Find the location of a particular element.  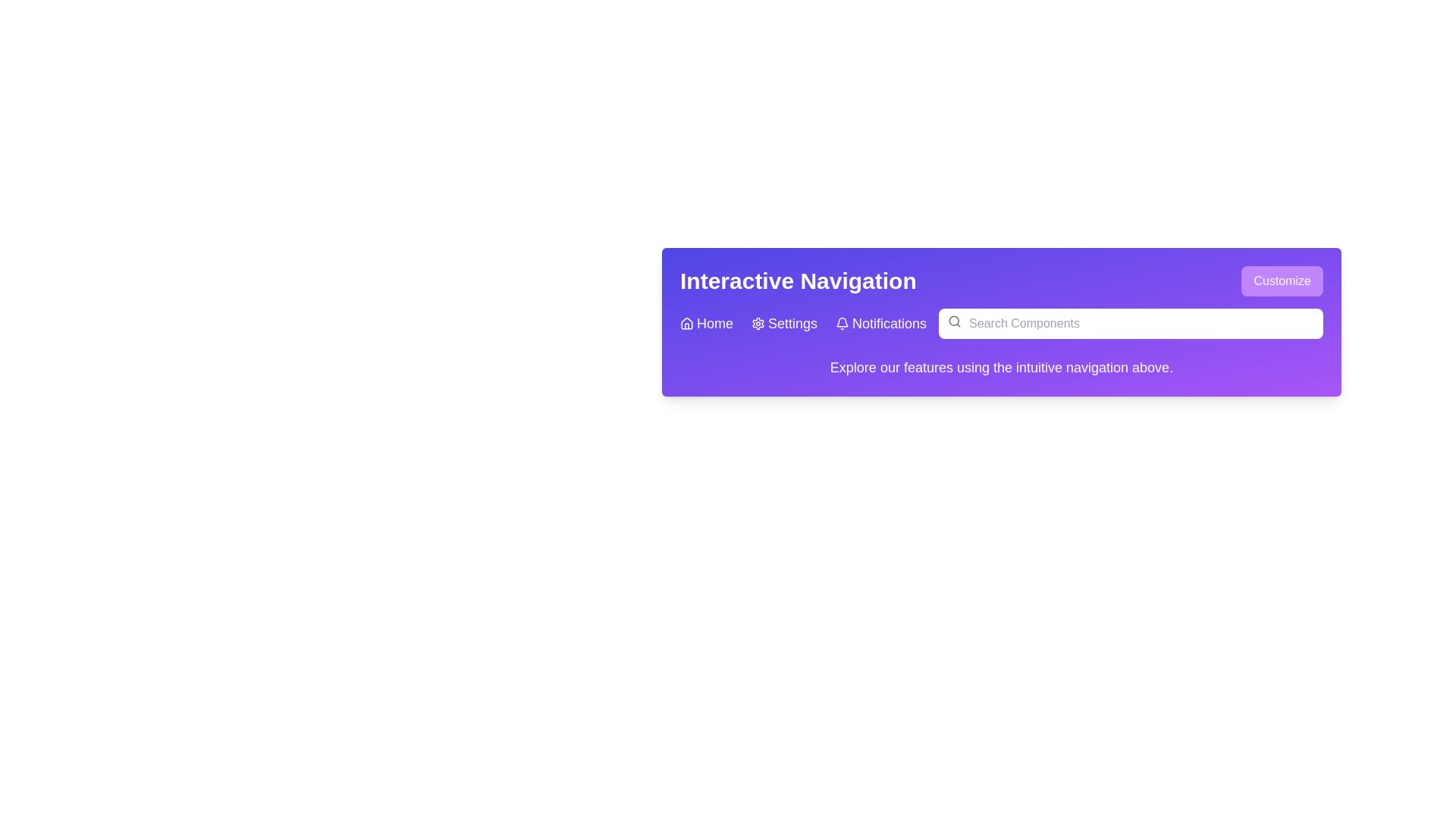

the gear-shaped settings icon located in the navigation bar, which is purple and positioned between the 'Home' label and the search bar is located at coordinates (758, 323).